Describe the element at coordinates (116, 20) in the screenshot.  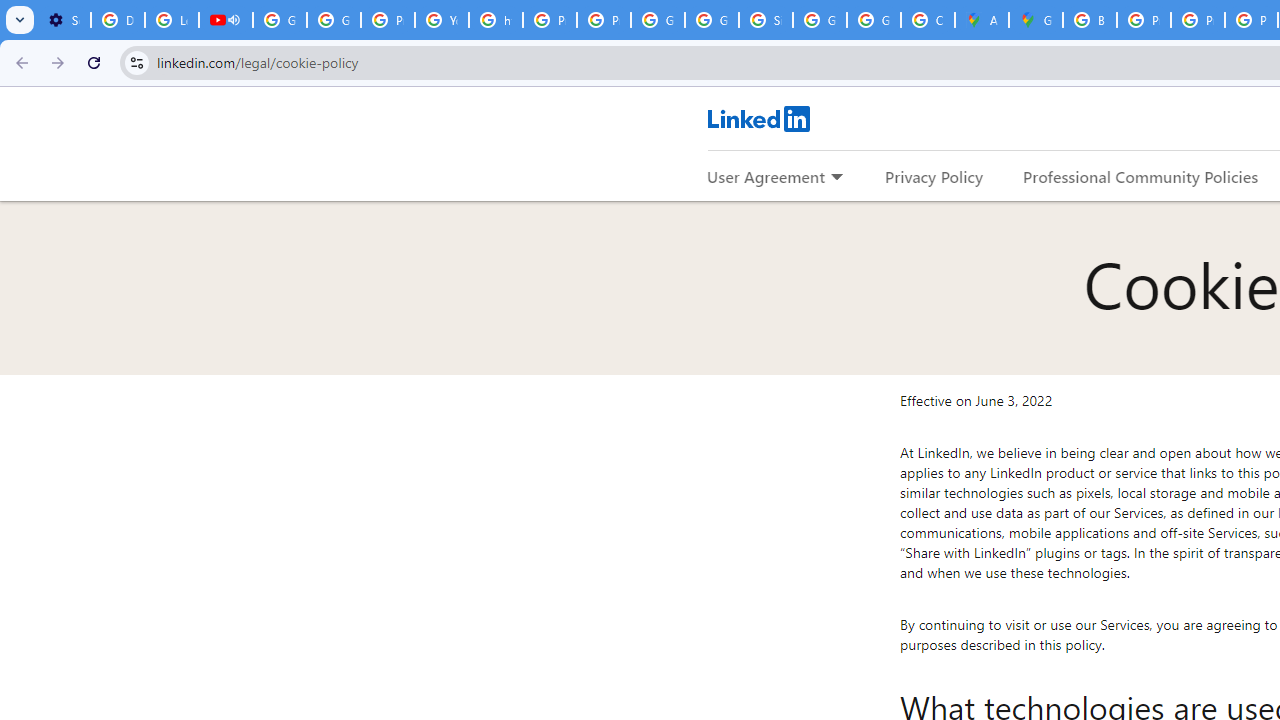
I see `'Delete photos & videos - Computer - Google Photos Help'` at that location.